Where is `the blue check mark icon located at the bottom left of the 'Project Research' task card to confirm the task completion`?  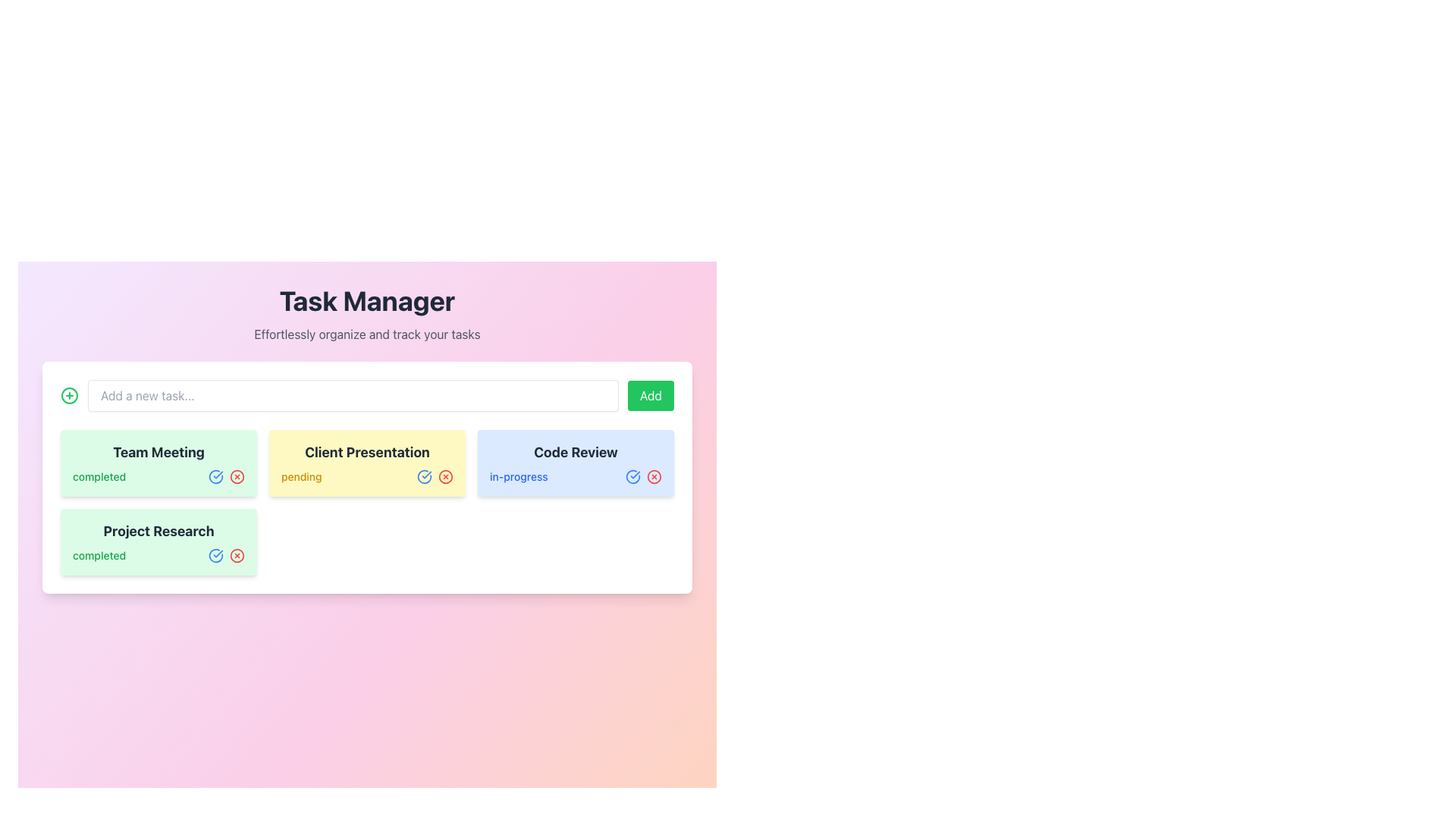 the blue check mark icon located at the bottom left of the 'Project Research' task card to confirm the task completion is located at coordinates (225, 555).